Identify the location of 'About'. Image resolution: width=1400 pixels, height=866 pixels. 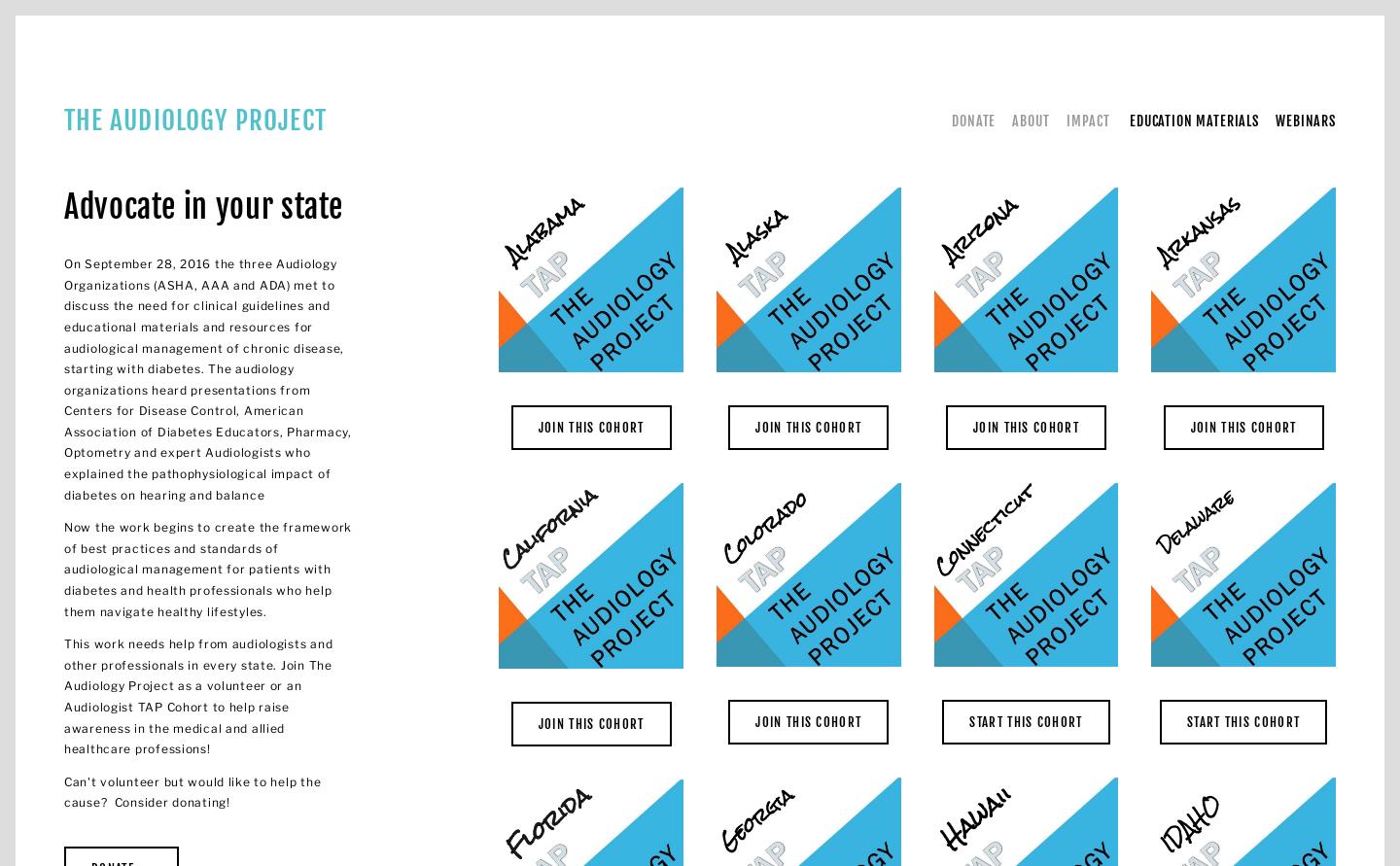
(1030, 119).